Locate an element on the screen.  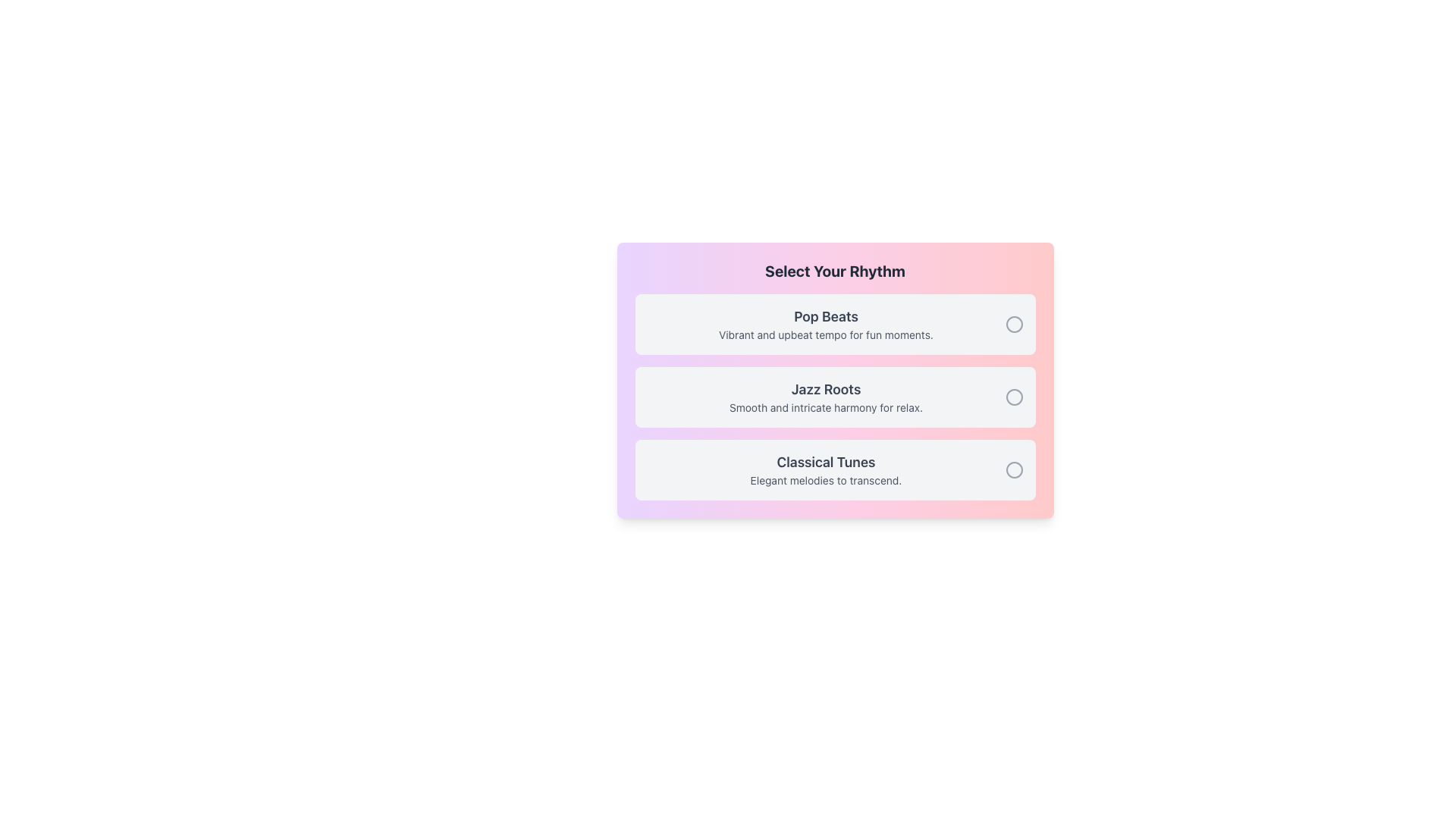
text label 'Pop Beats' which is the first item in the list under the heading 'Select Your Rhythm' is located at coordinates (825, 324).